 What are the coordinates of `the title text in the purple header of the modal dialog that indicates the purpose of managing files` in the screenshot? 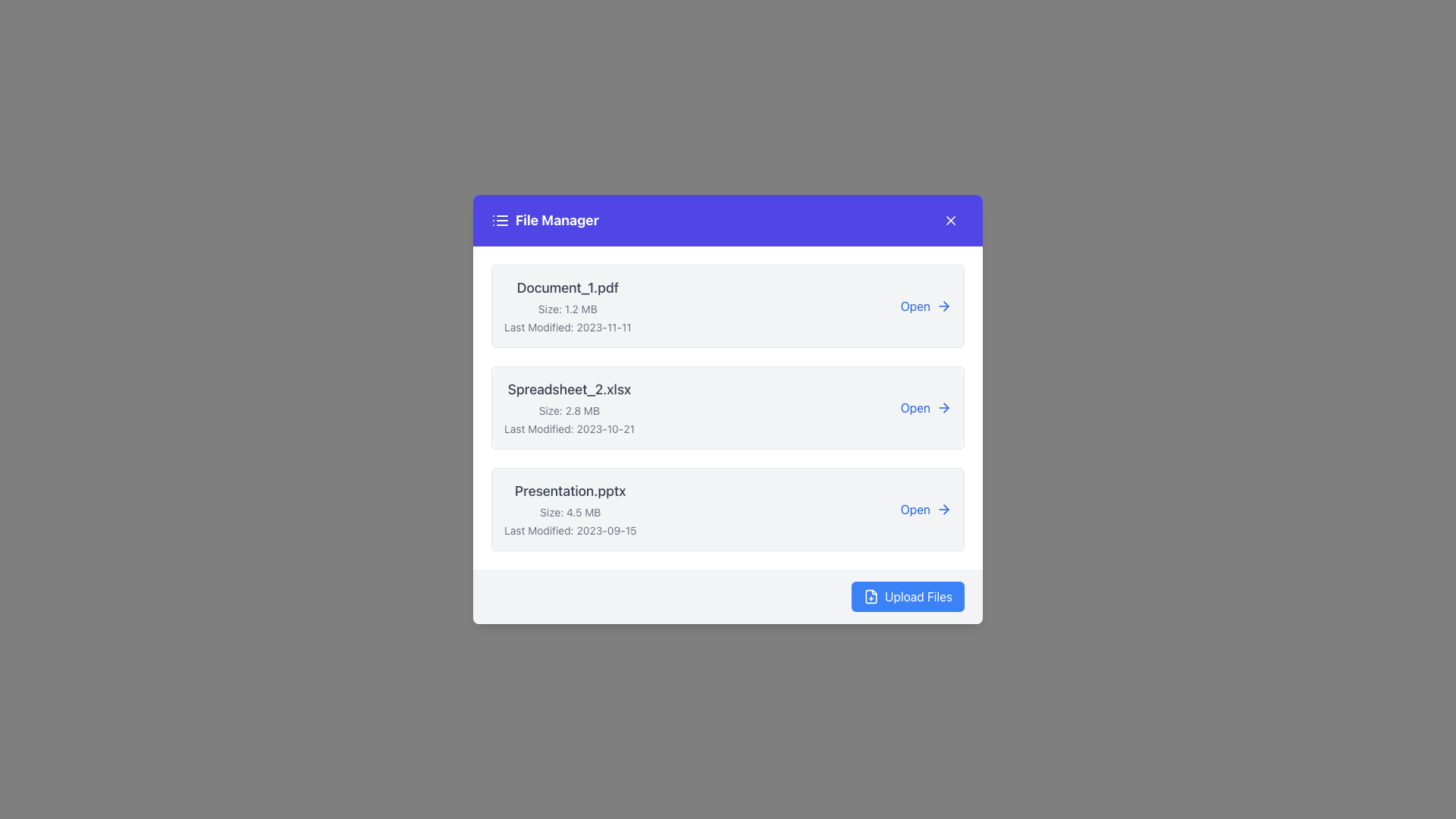 It's located at (545, 220).